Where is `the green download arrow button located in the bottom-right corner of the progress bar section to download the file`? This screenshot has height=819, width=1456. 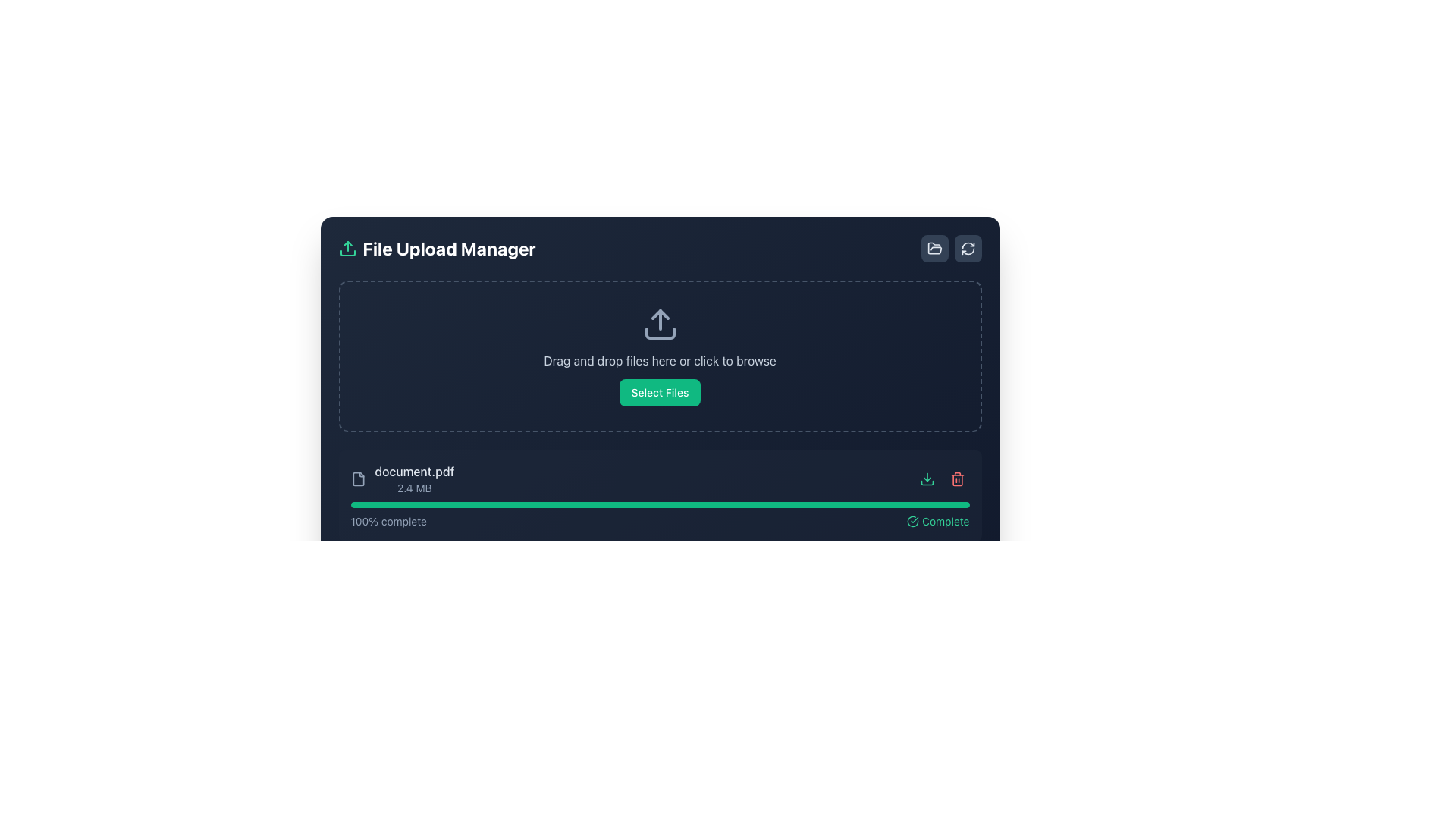
the green download arrow button located in the bottom-right corner of the progress bar section to download the file is located at coordinates (926, 479).